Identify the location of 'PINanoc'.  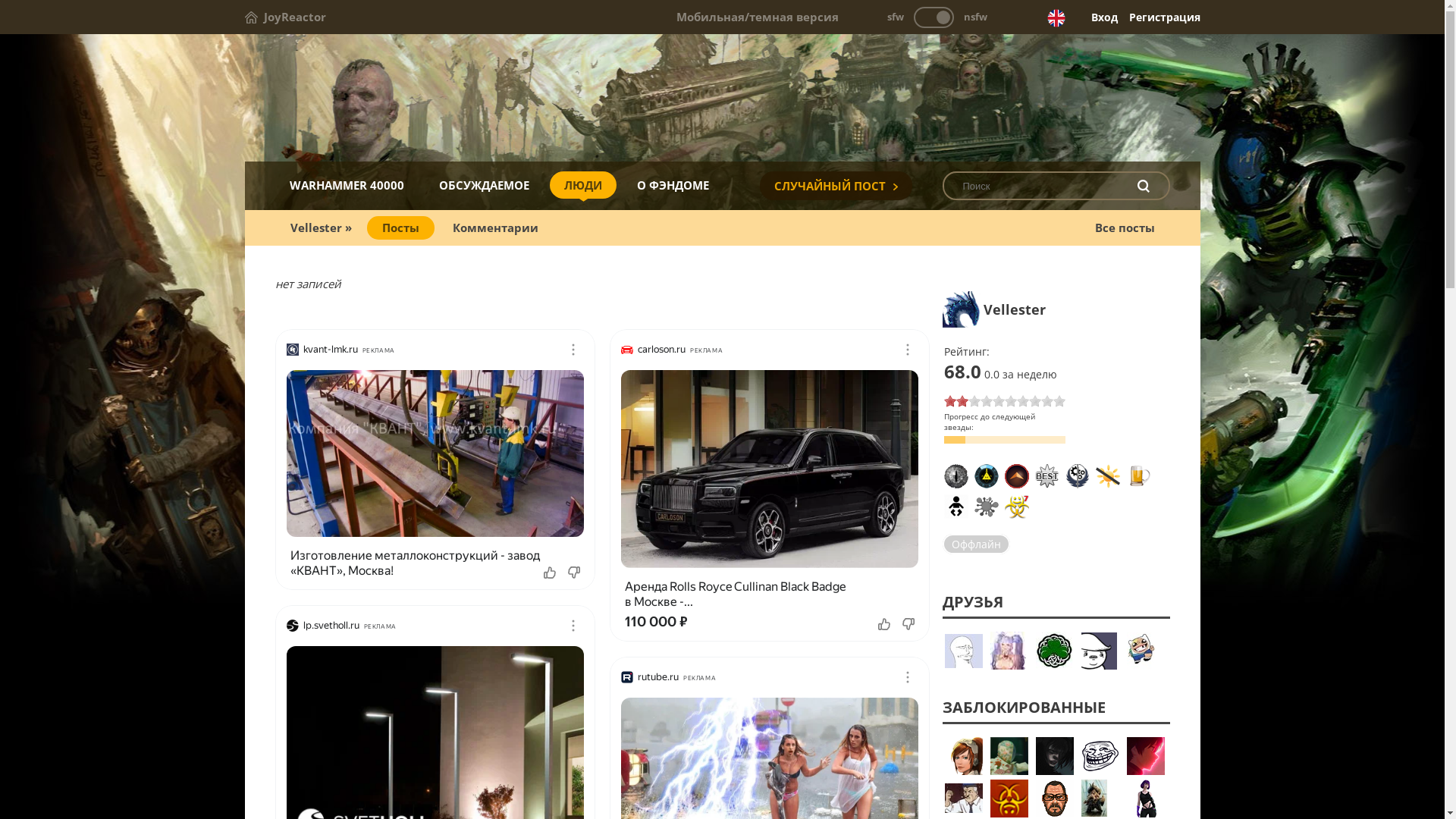
(1054, 798).